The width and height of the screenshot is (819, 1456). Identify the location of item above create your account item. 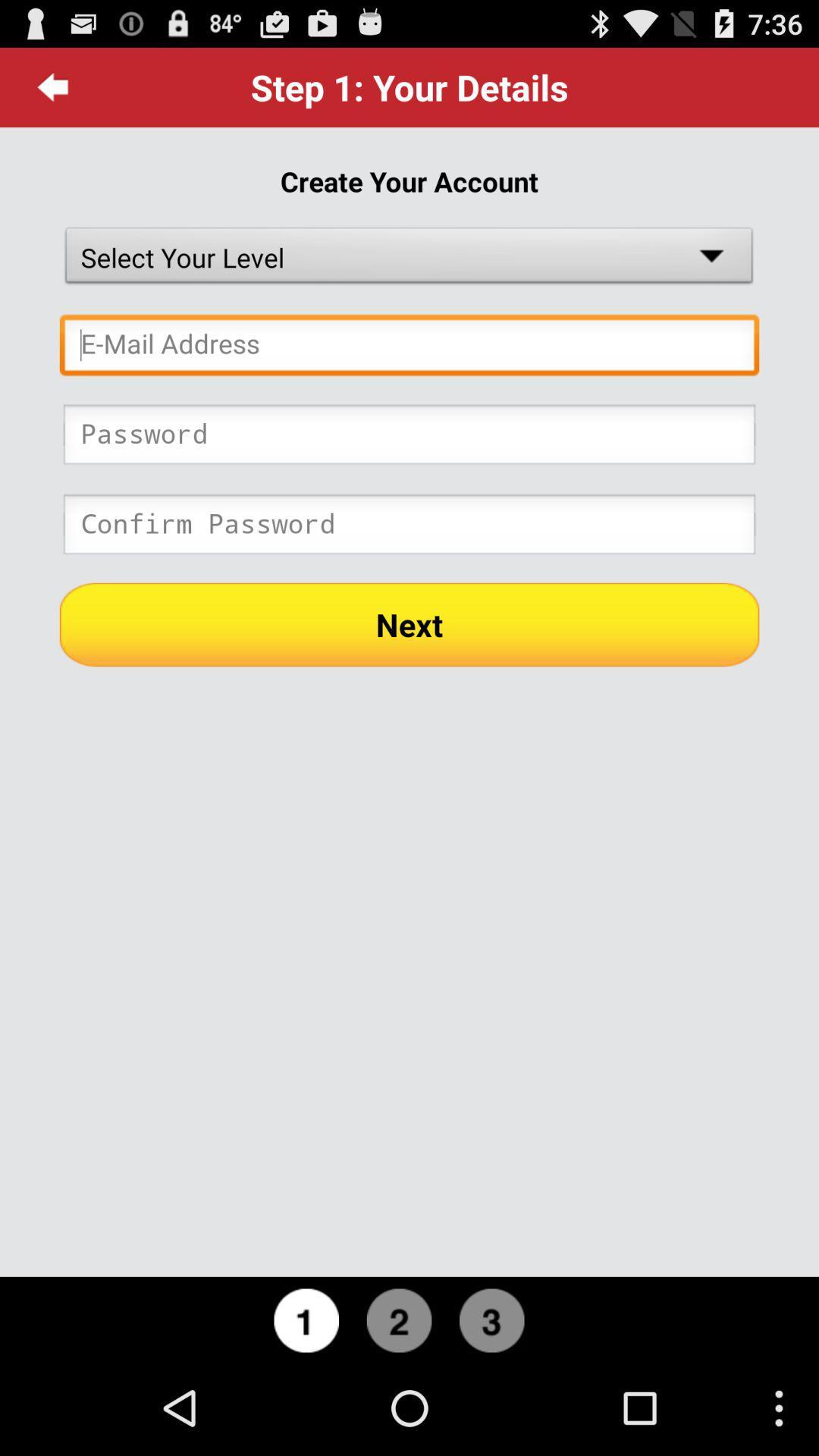
(52, 86).